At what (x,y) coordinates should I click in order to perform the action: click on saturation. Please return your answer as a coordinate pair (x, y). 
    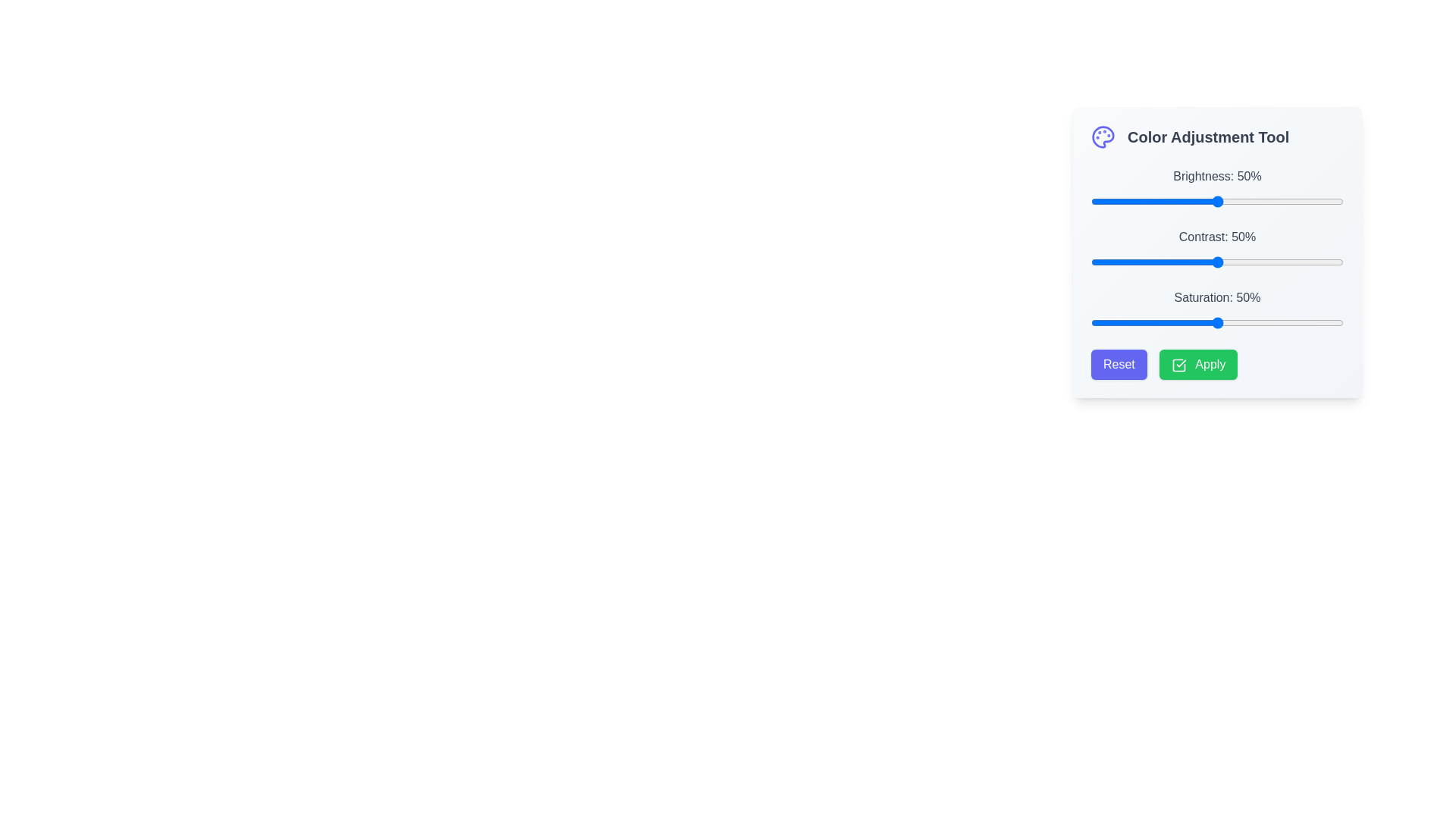
    Looking at the image, I should click on (1290, 322).